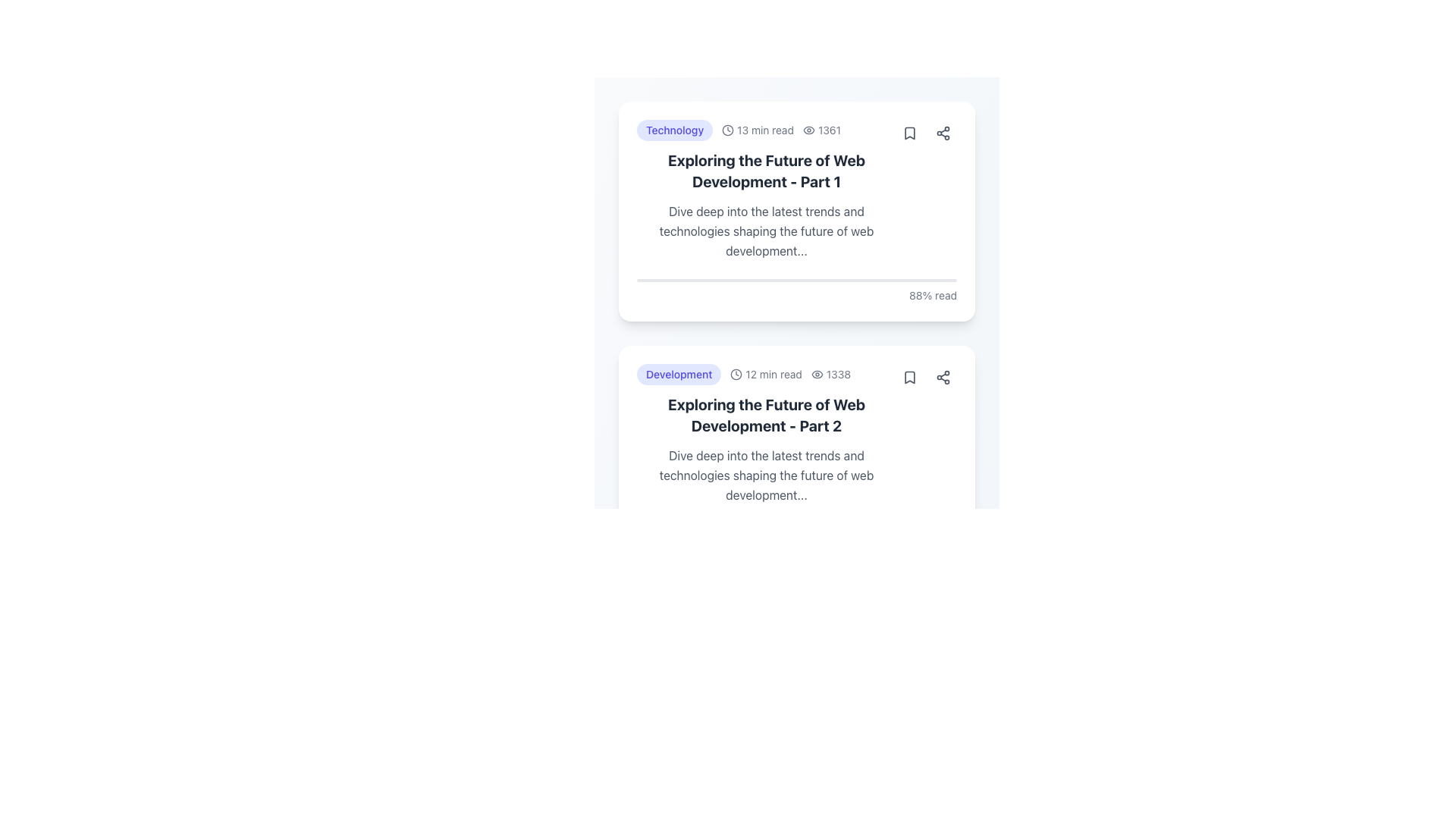  Describe the element at coordinates (736, 374) in the screenshot. I see `circular clock icon located in the second card after the 'Development' label and before the '12 min read' text` at that location.